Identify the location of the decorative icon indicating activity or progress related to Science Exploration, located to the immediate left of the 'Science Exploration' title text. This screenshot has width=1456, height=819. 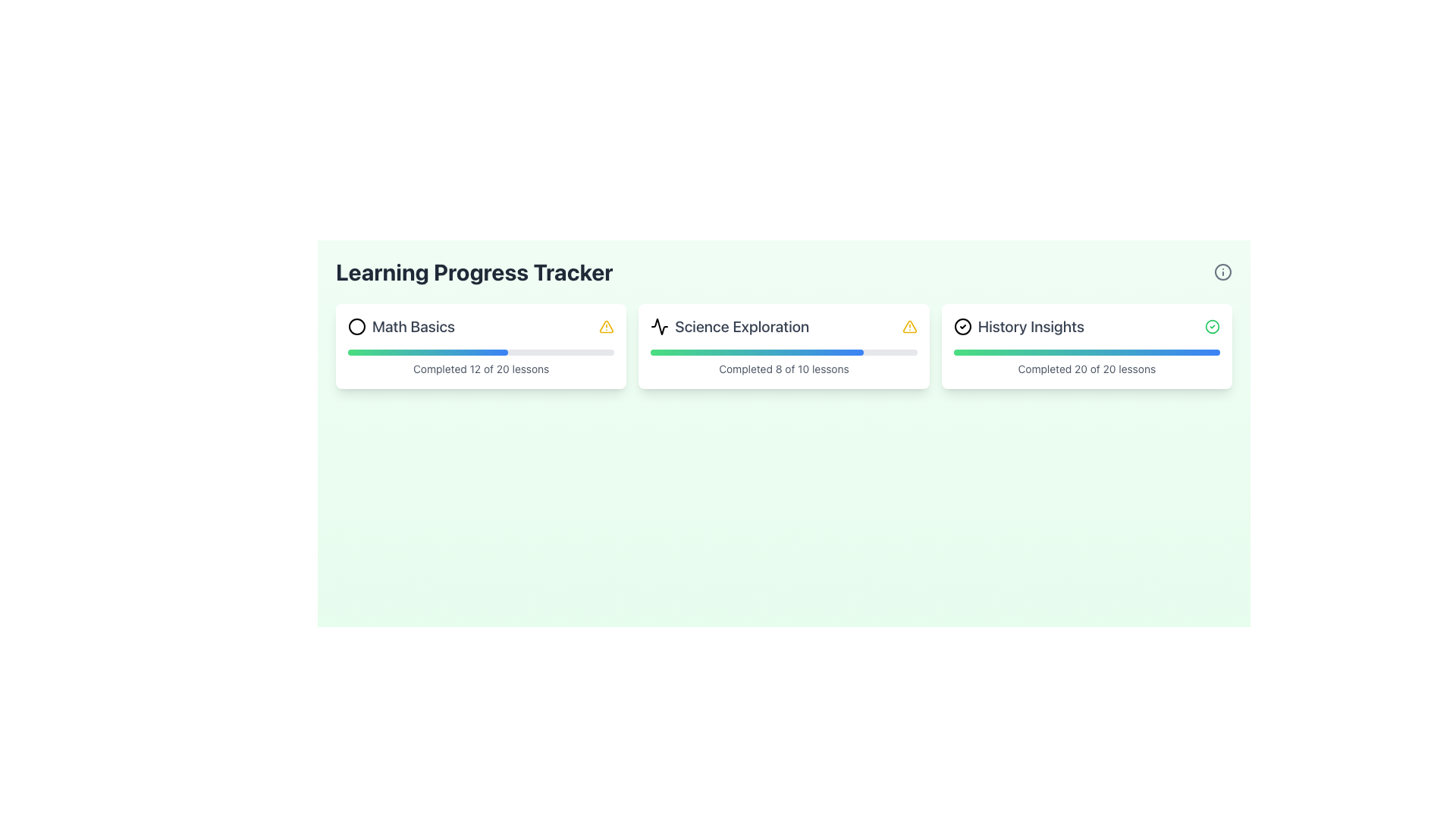
(660, 326).